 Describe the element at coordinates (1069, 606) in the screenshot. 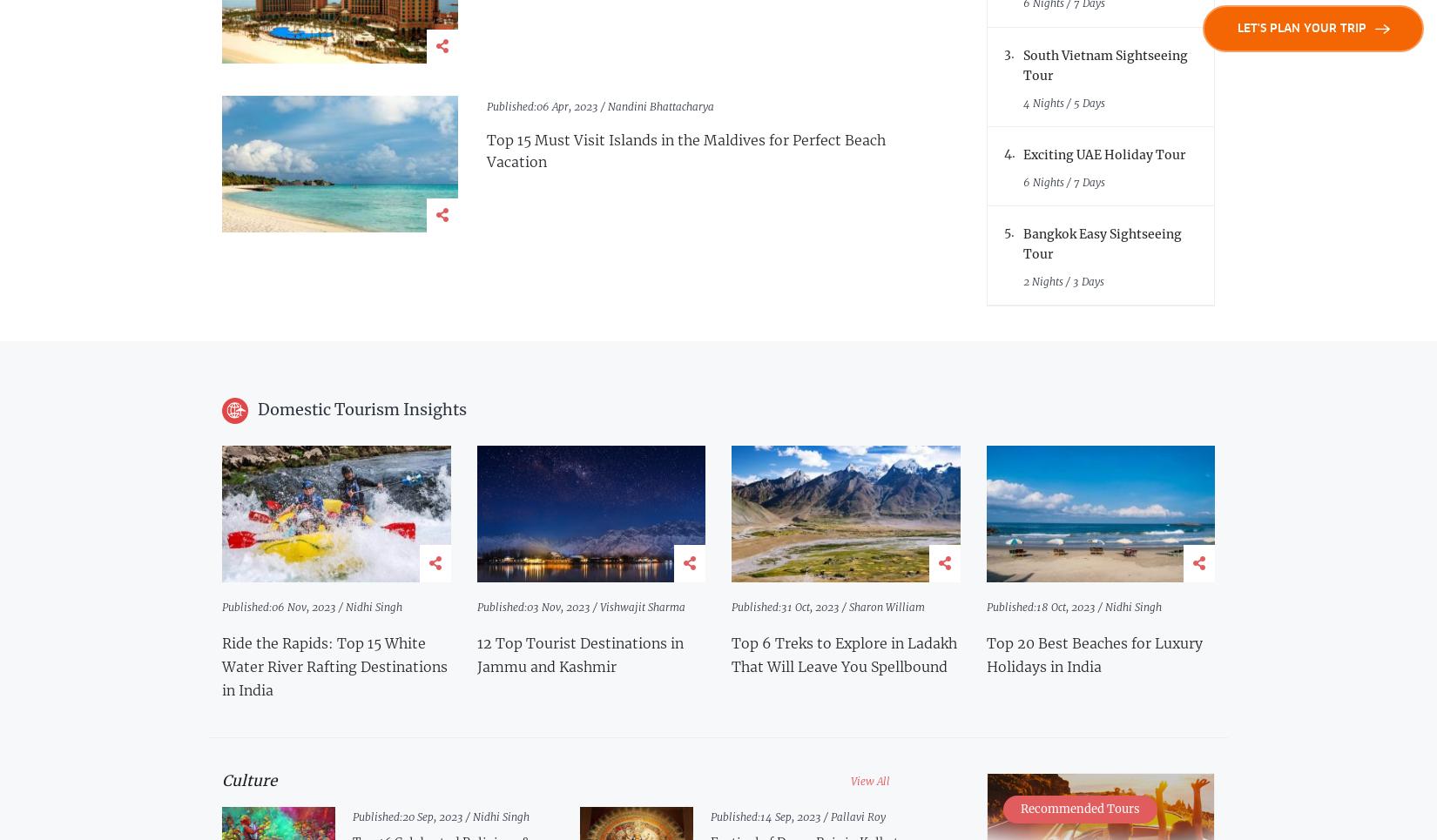

I see `'18 Oct, 2023 /'` at that location.